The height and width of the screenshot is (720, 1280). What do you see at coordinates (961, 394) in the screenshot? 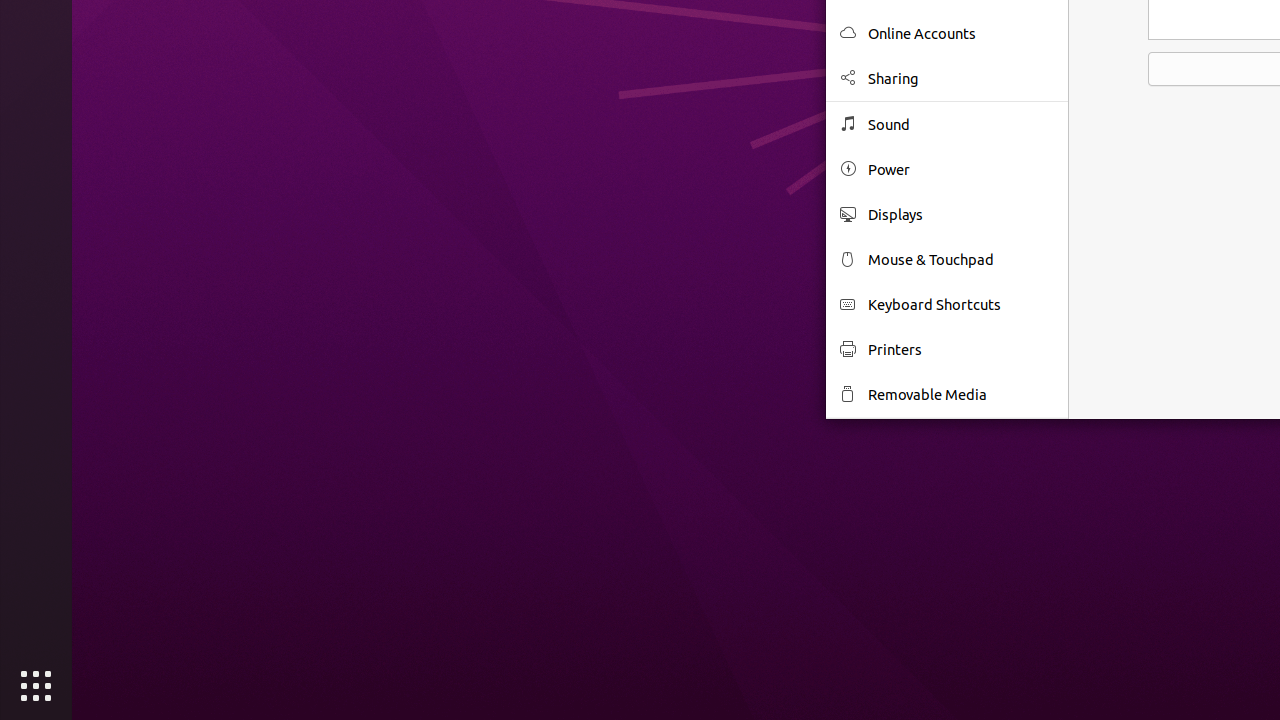
I see `'Removable Media'` at bounding box center [961, 394].